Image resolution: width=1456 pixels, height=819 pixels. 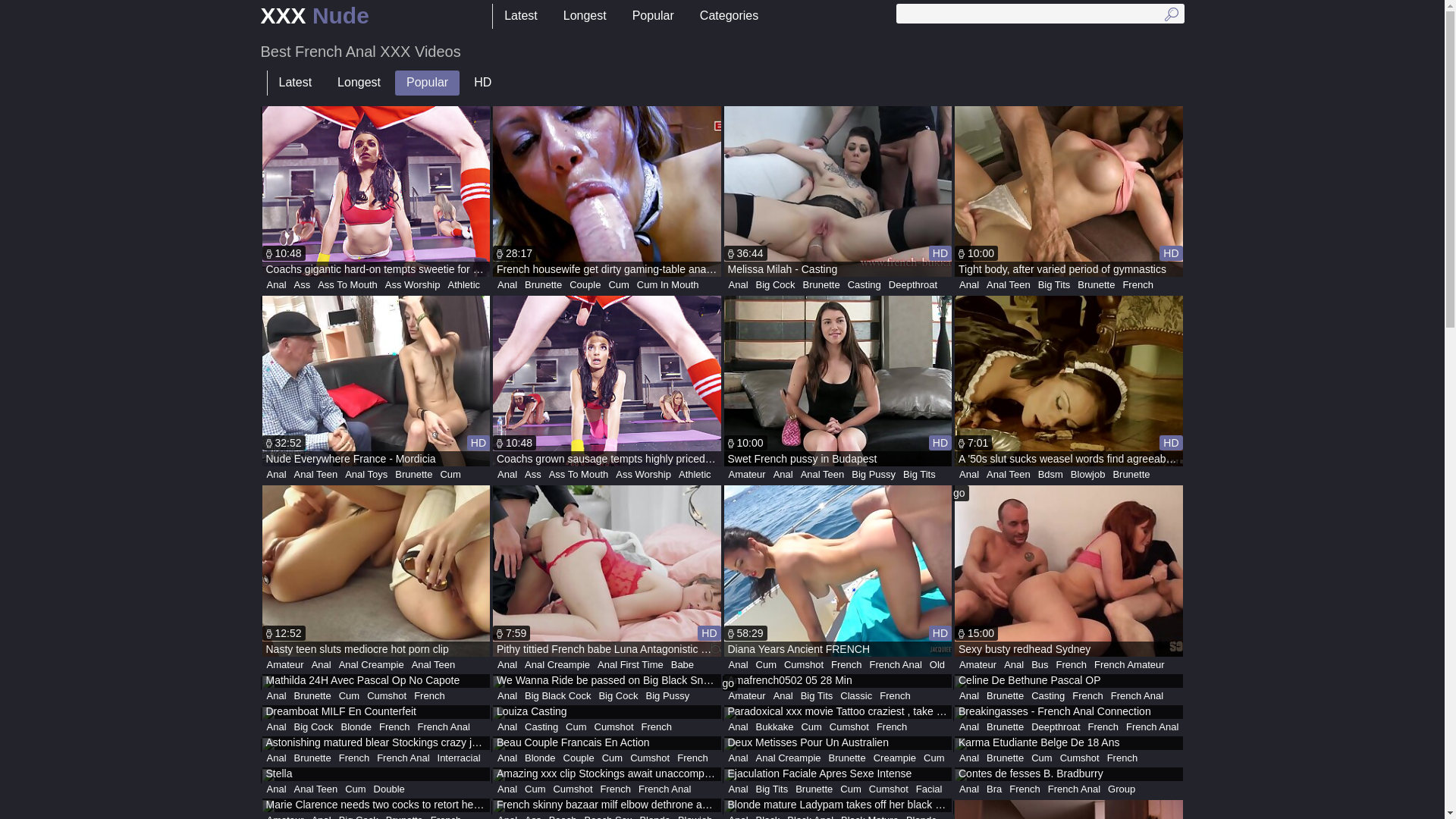 I want to click on 'Ass', so click(x=302, y=284).